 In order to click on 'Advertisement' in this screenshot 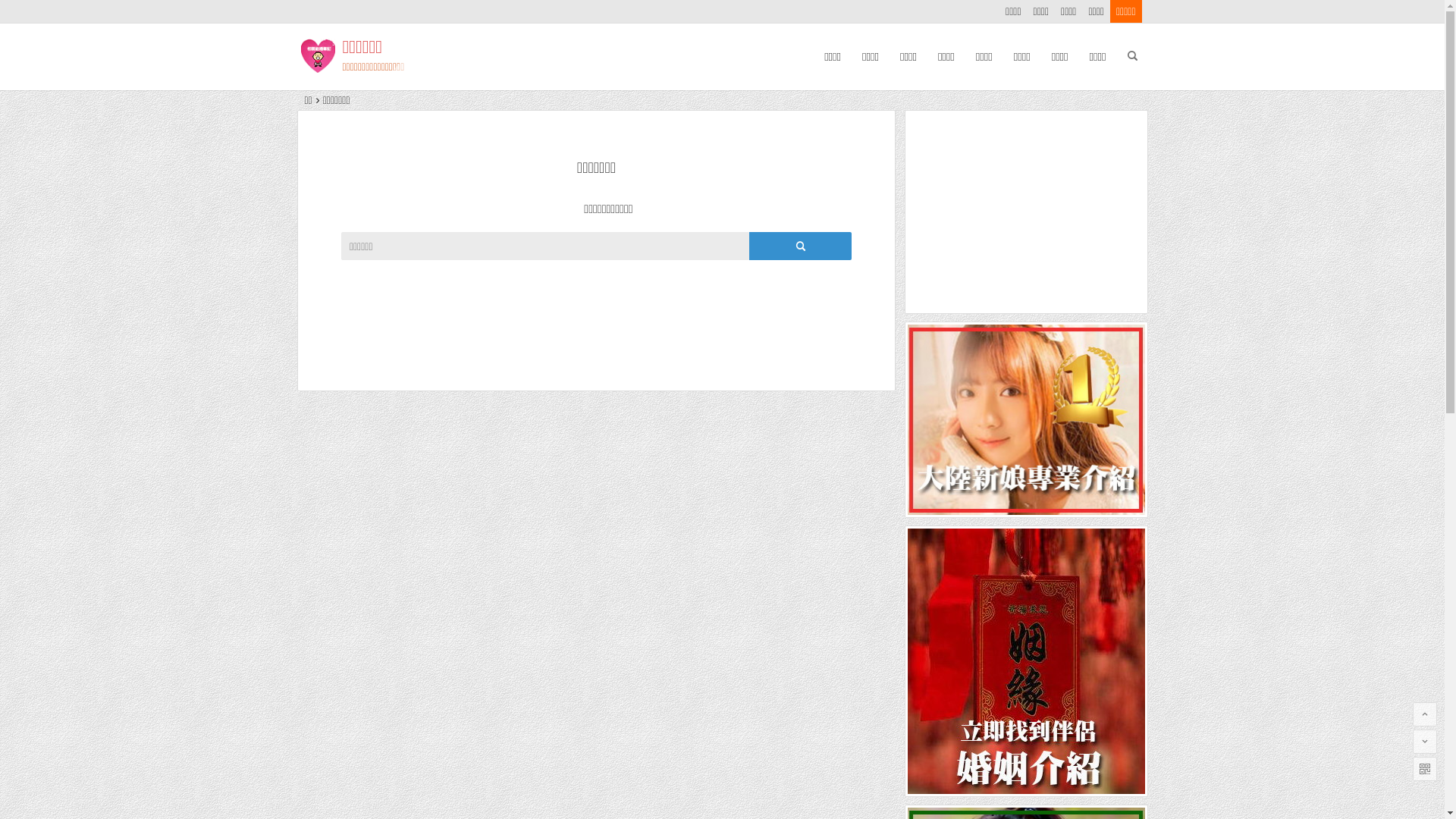, I will do `click(1026, 212)`.